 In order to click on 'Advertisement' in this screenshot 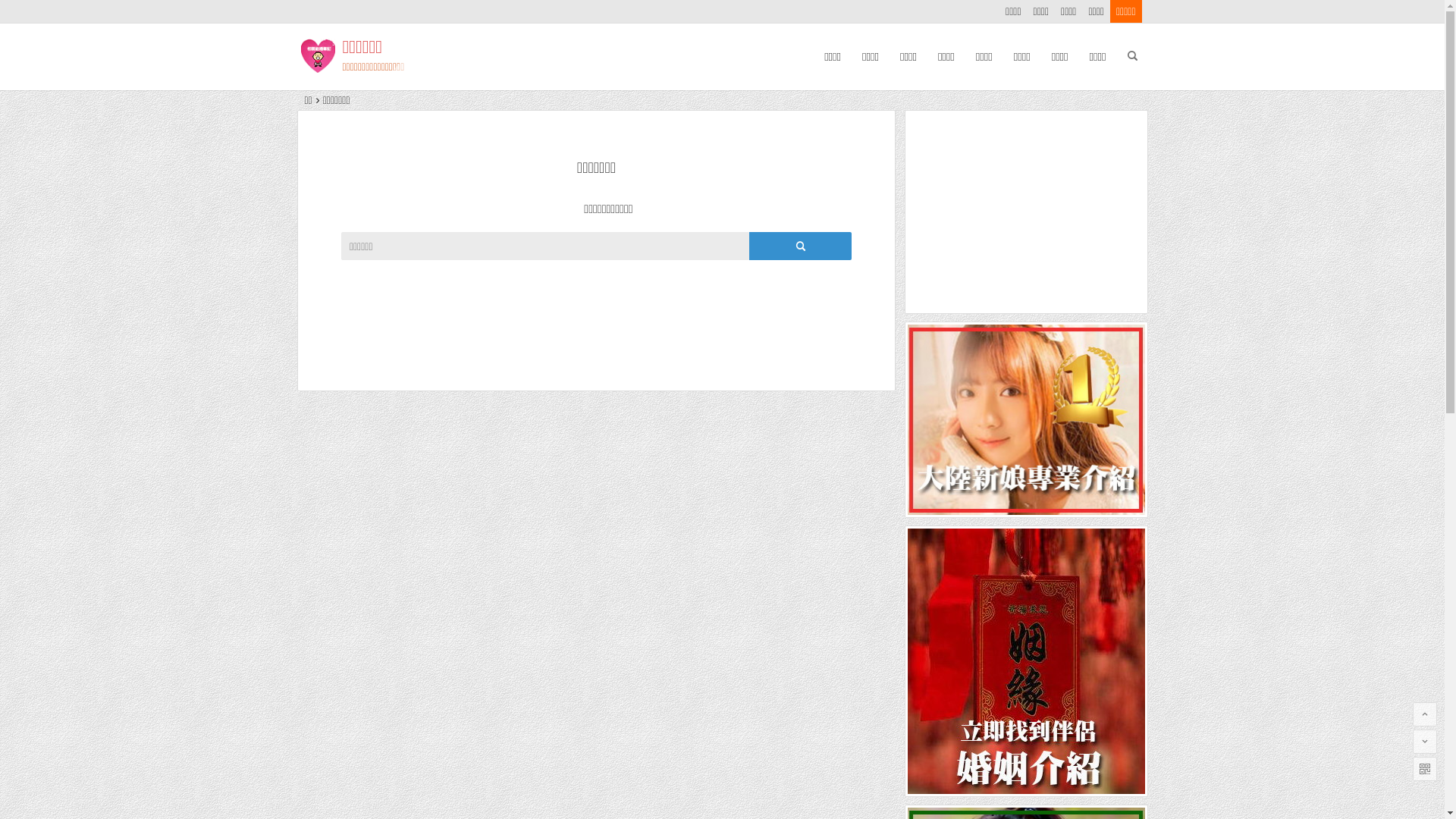, I will do `click(1026, 212)`.